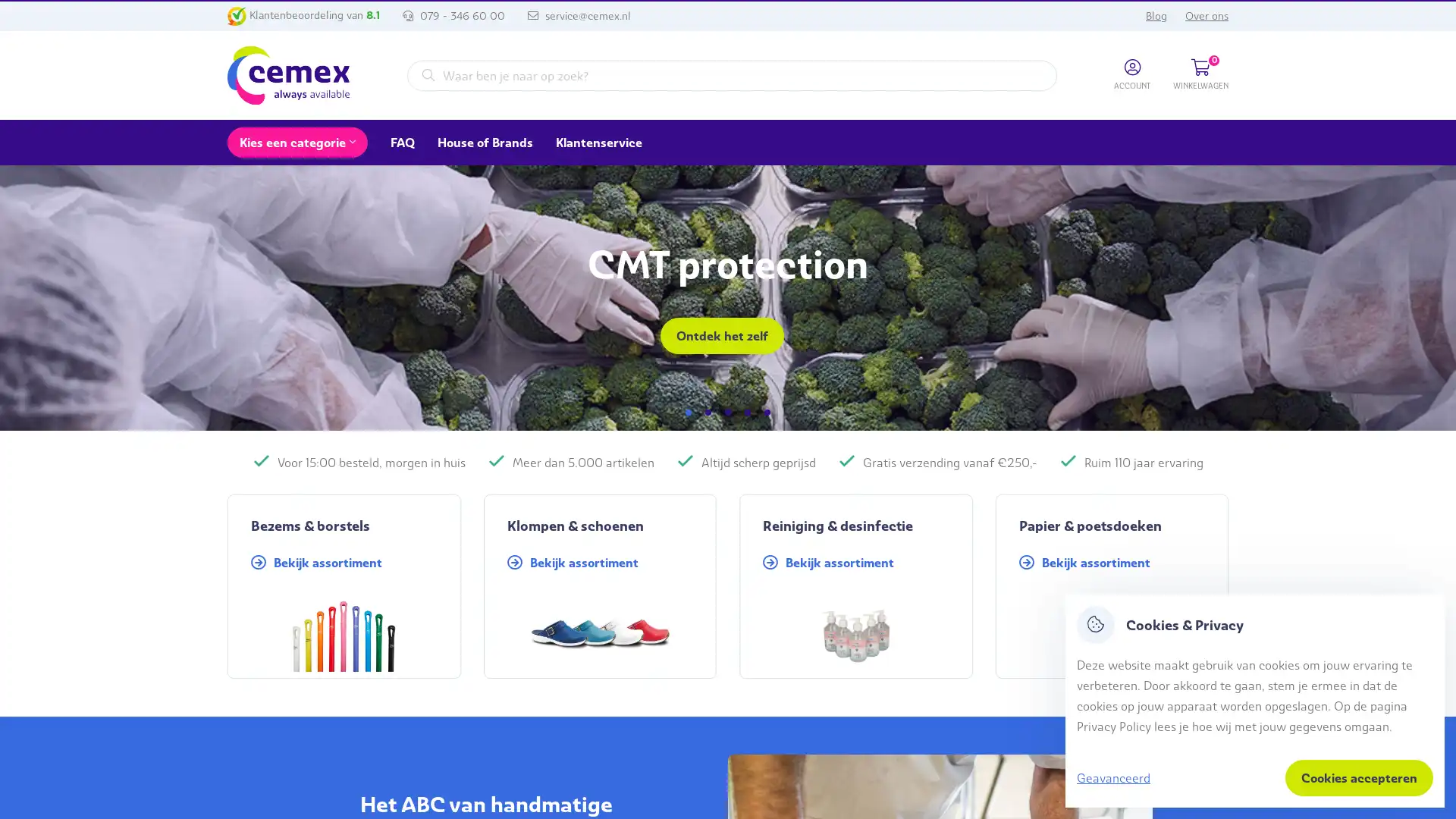 The height and width of the screenshot is (819, 1456). What do you see at coordinates (1113, 777) in the screenshot?
I see `Geavanceerd` at bounding box center [1113, 777].